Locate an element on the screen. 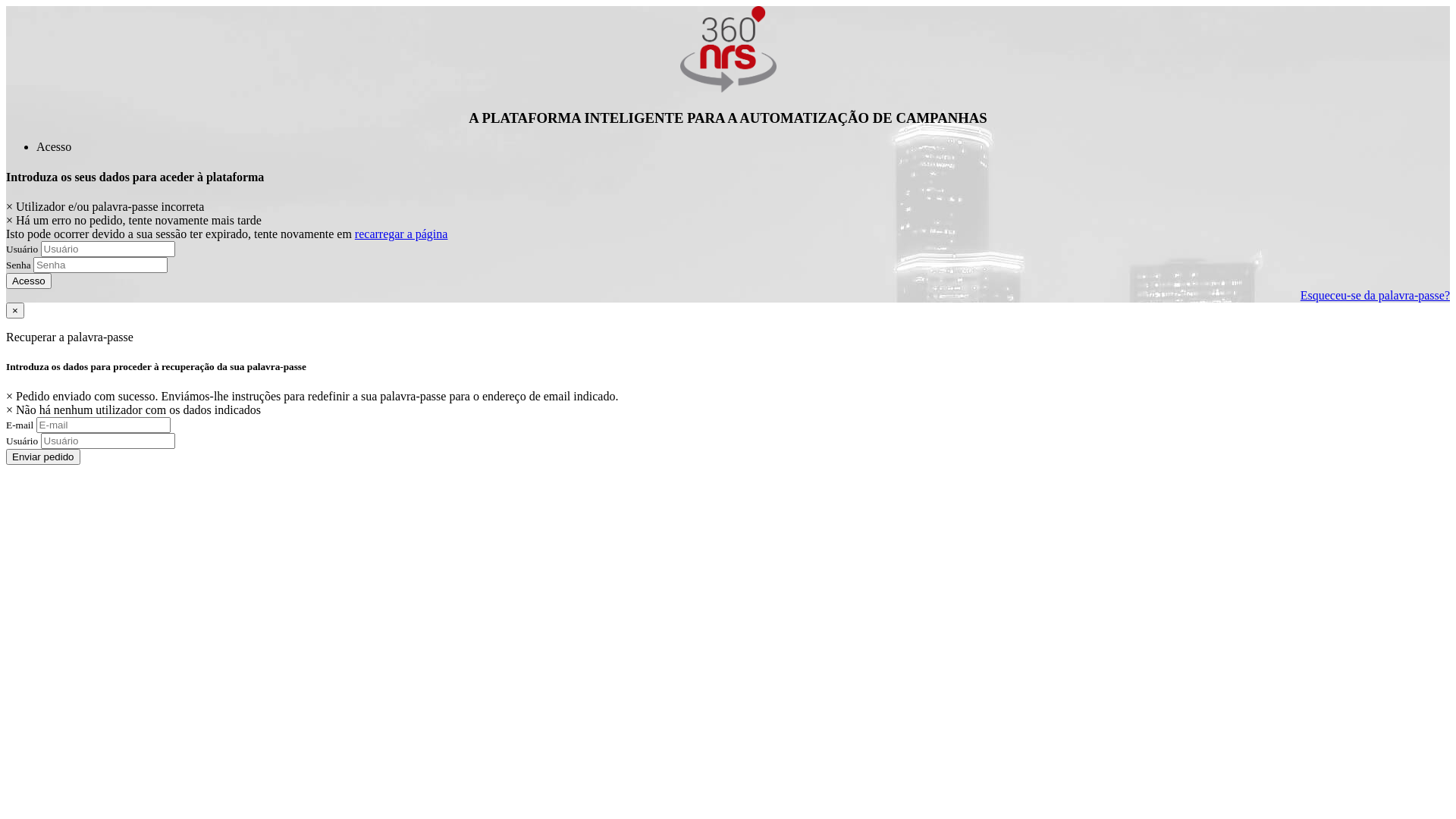 This screenshot has width=1456, height=819. 'Acesso' is located at coordinates (54, 146).